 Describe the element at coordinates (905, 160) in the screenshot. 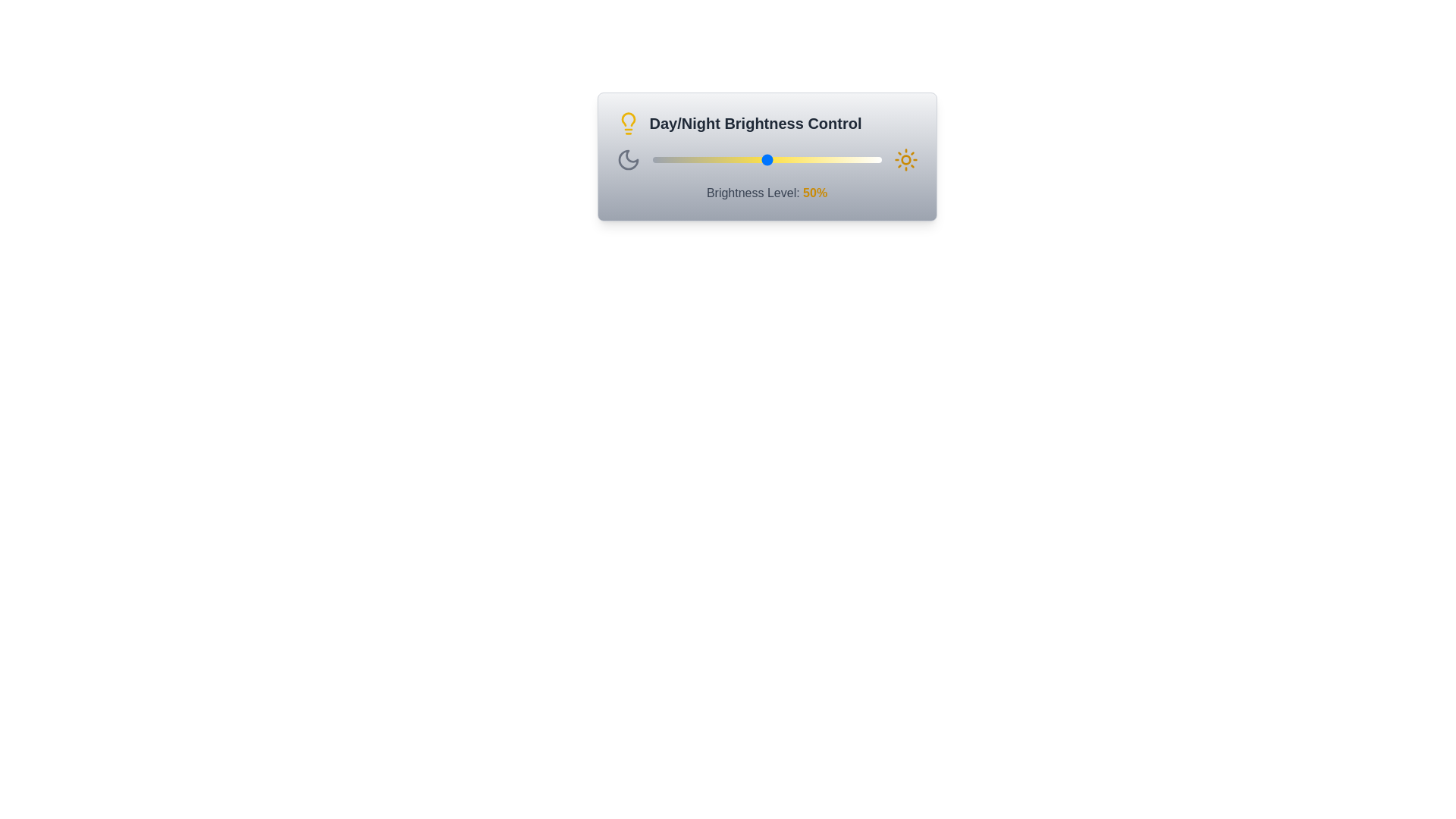

I see `the Sun icon to interact with it` at that location.